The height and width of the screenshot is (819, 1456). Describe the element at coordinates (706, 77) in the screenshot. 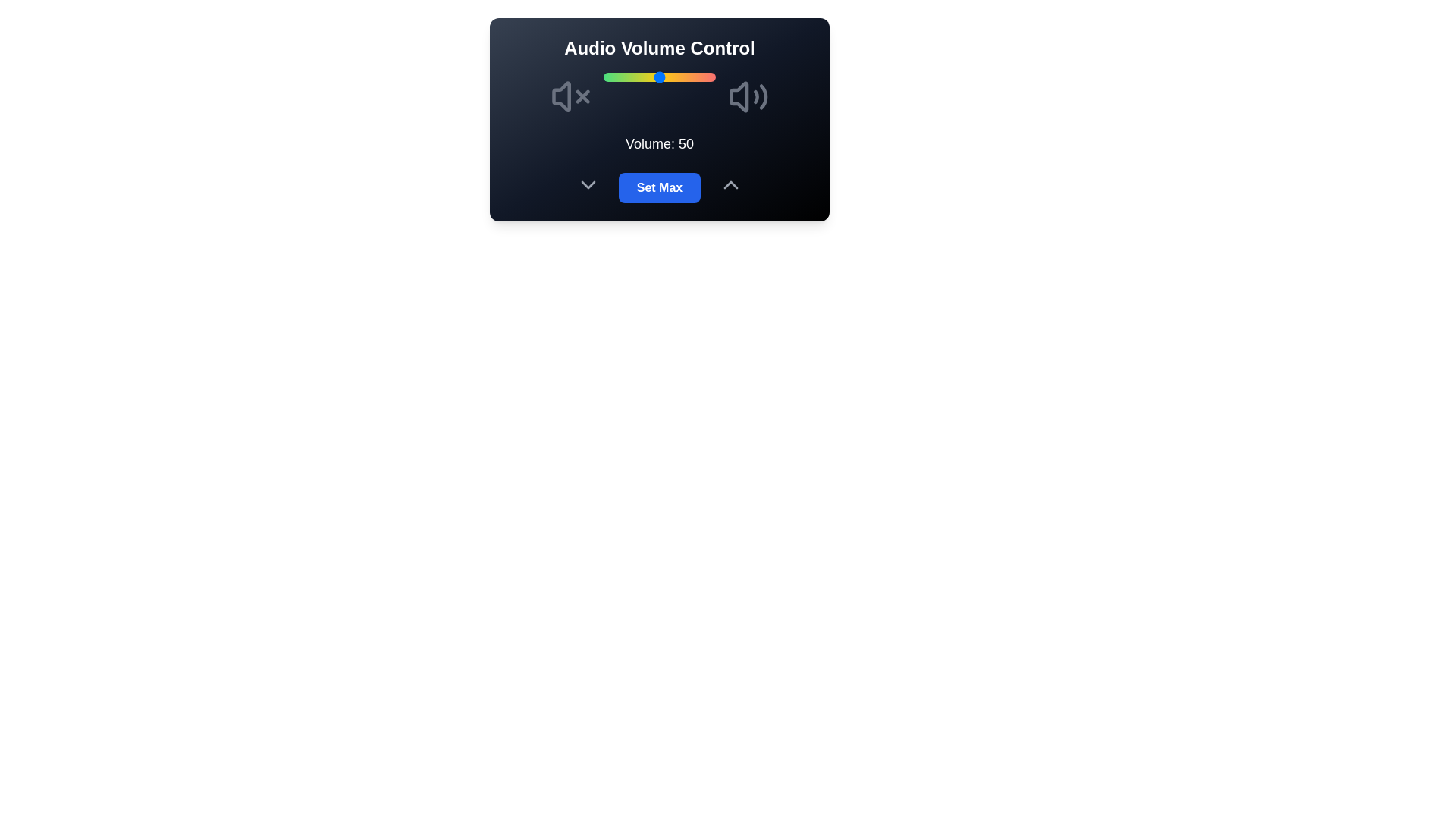

I see `the volume slider to 92 percent` at that location.